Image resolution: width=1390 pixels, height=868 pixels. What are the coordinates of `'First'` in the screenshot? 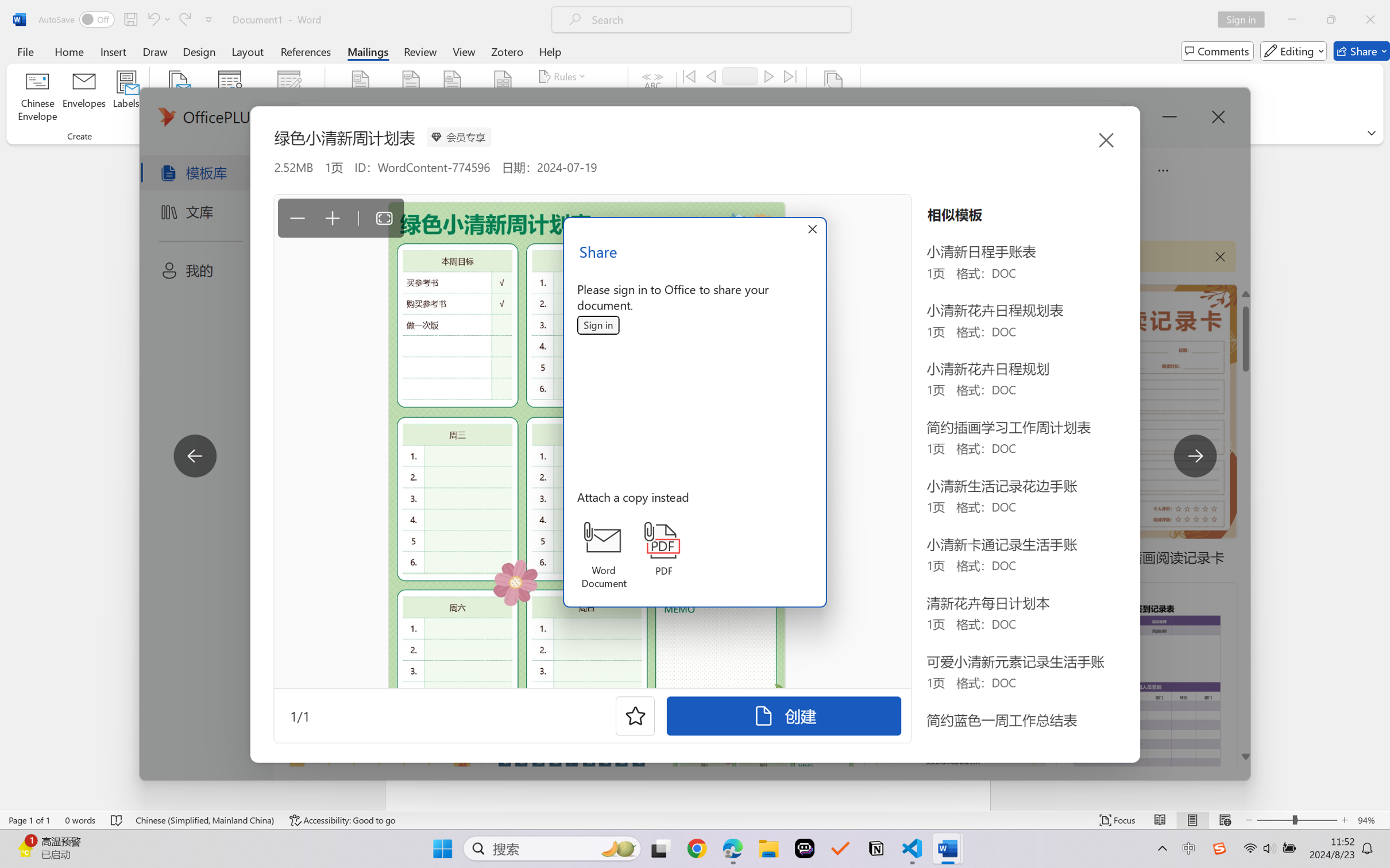 It's located at (689, 75).